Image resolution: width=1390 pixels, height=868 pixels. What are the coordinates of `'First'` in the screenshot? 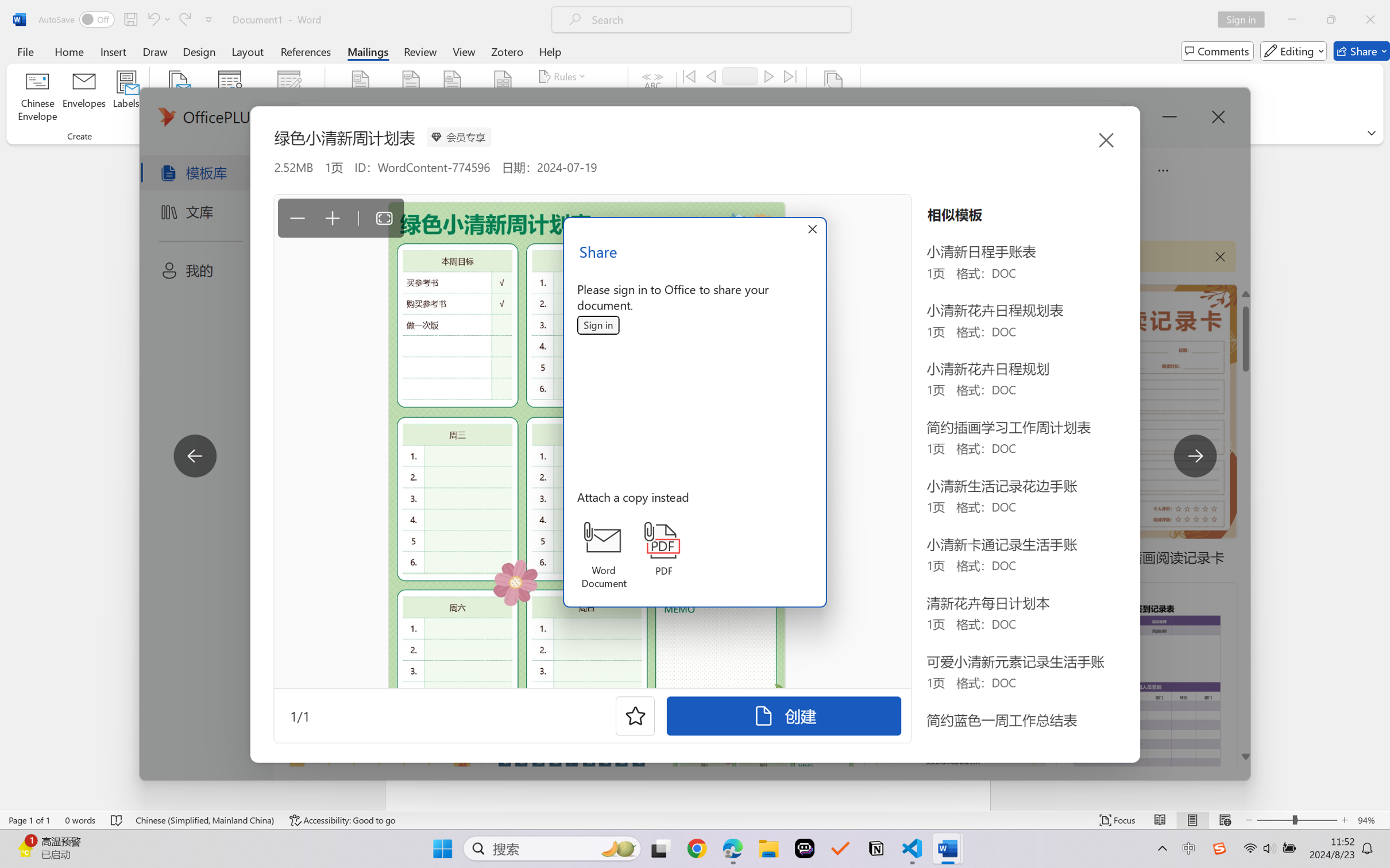 It's located at (689, 75).